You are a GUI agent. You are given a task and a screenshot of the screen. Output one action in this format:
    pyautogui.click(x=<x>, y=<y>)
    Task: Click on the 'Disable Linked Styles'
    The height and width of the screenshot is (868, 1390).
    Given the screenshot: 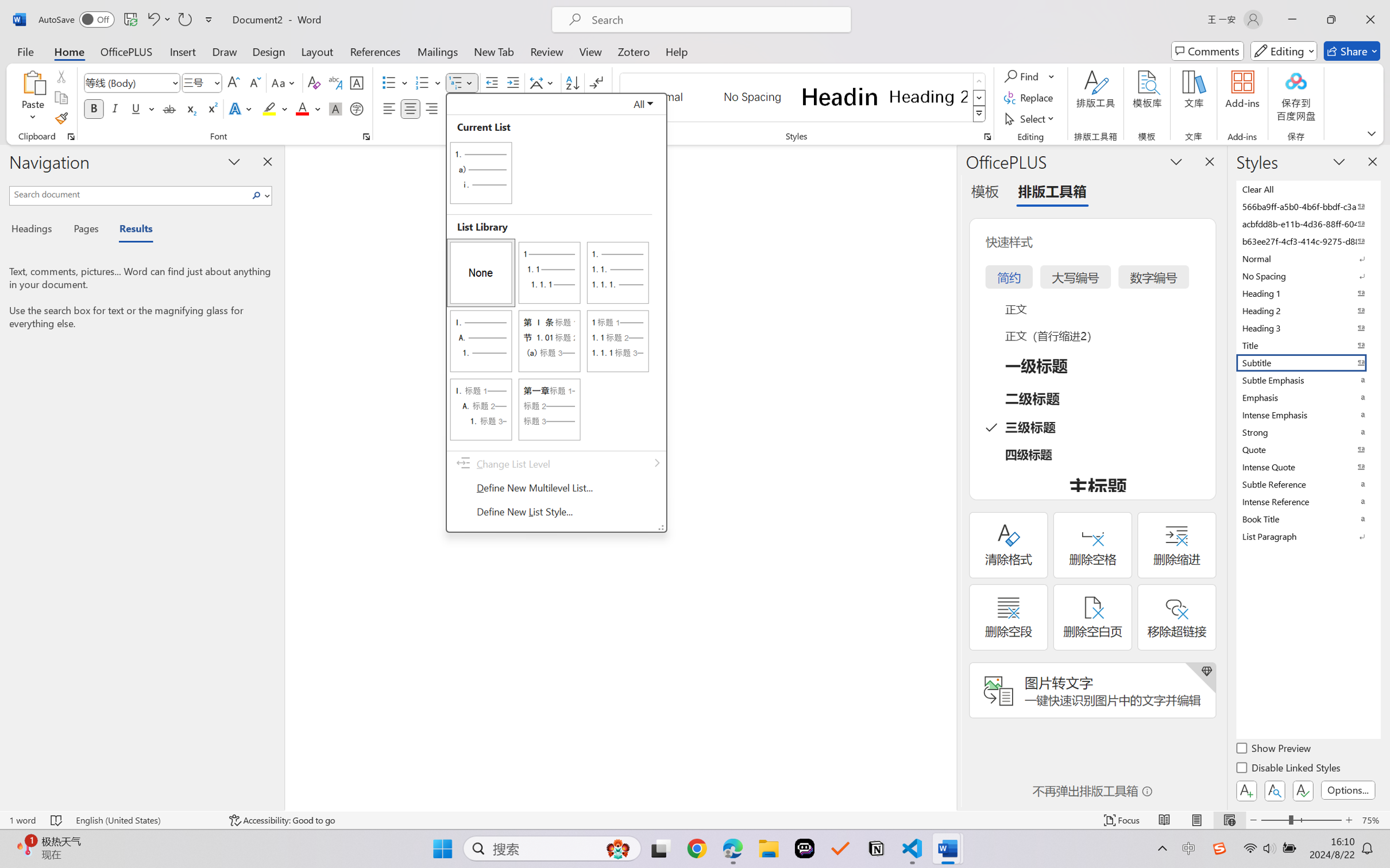 What is the action you would take?
    pyautogui.click(x=1288, y=769)
    